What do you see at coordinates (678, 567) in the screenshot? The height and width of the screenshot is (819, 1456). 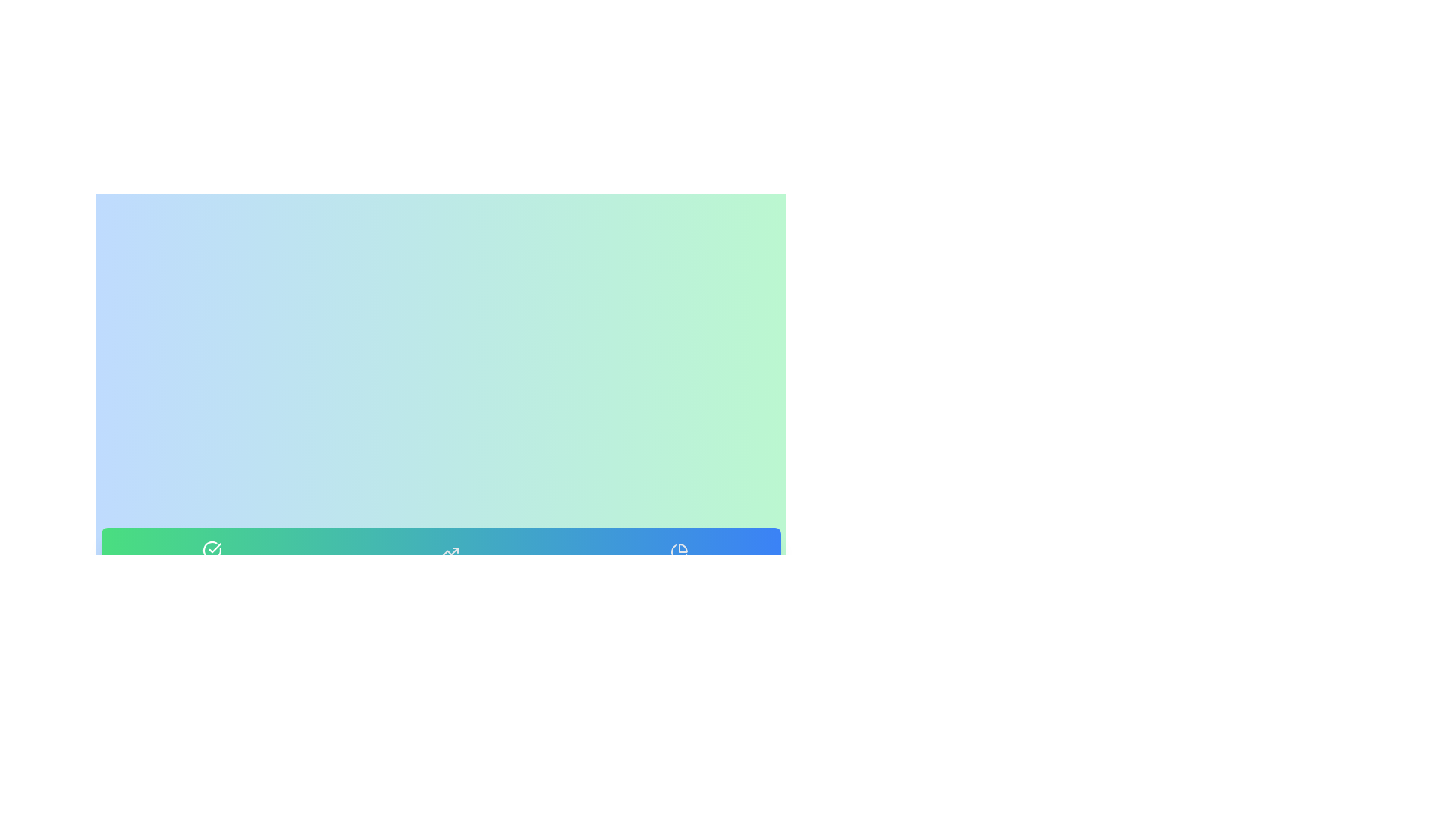 I see `the tab labeled Nutrition` at bounding box center [678, 567].